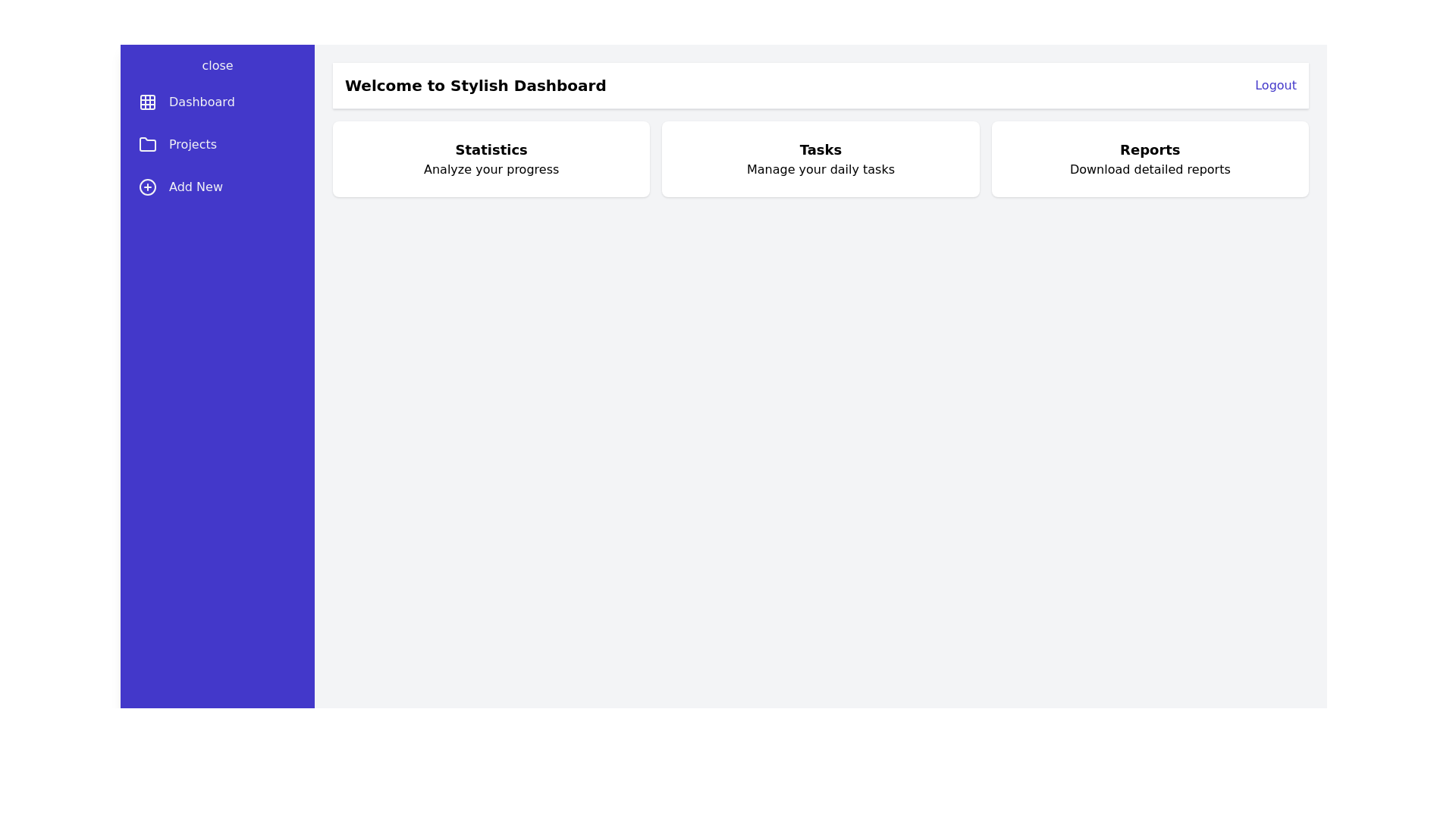 This screenshot has height=819, width=1456. Describe the element at coordinates (148, 102) in the screenshot. I see `the appearance of the blue rectangular graphical icon component located at the top-left corner of the grid adjacent to the 'Dashboard' menu item` at that location.